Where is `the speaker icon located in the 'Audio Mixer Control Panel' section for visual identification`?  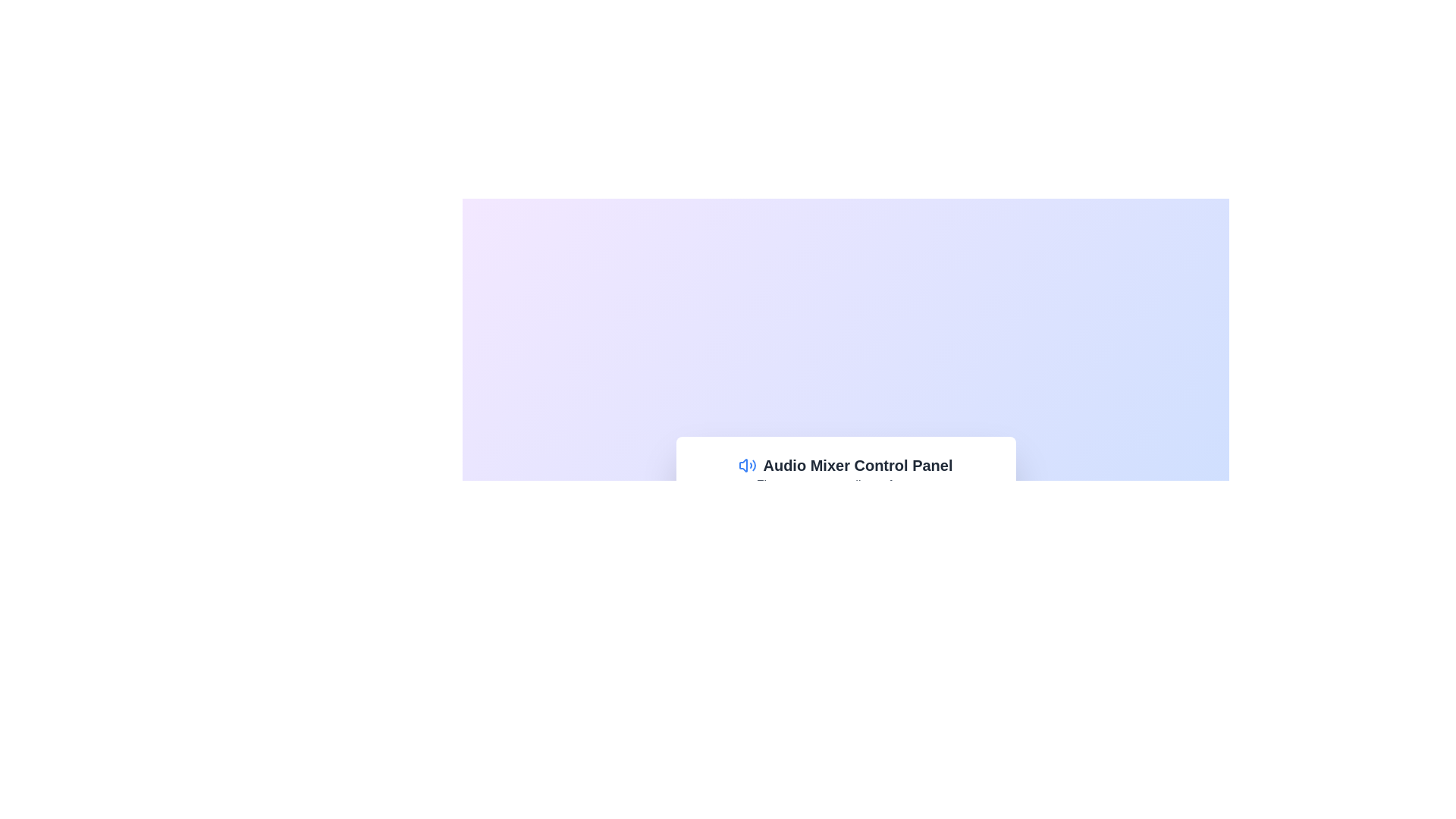 the speaker icon located in the 'Audio Mixer Control Panel' section for visual identification is located at coordinates (748, 464).